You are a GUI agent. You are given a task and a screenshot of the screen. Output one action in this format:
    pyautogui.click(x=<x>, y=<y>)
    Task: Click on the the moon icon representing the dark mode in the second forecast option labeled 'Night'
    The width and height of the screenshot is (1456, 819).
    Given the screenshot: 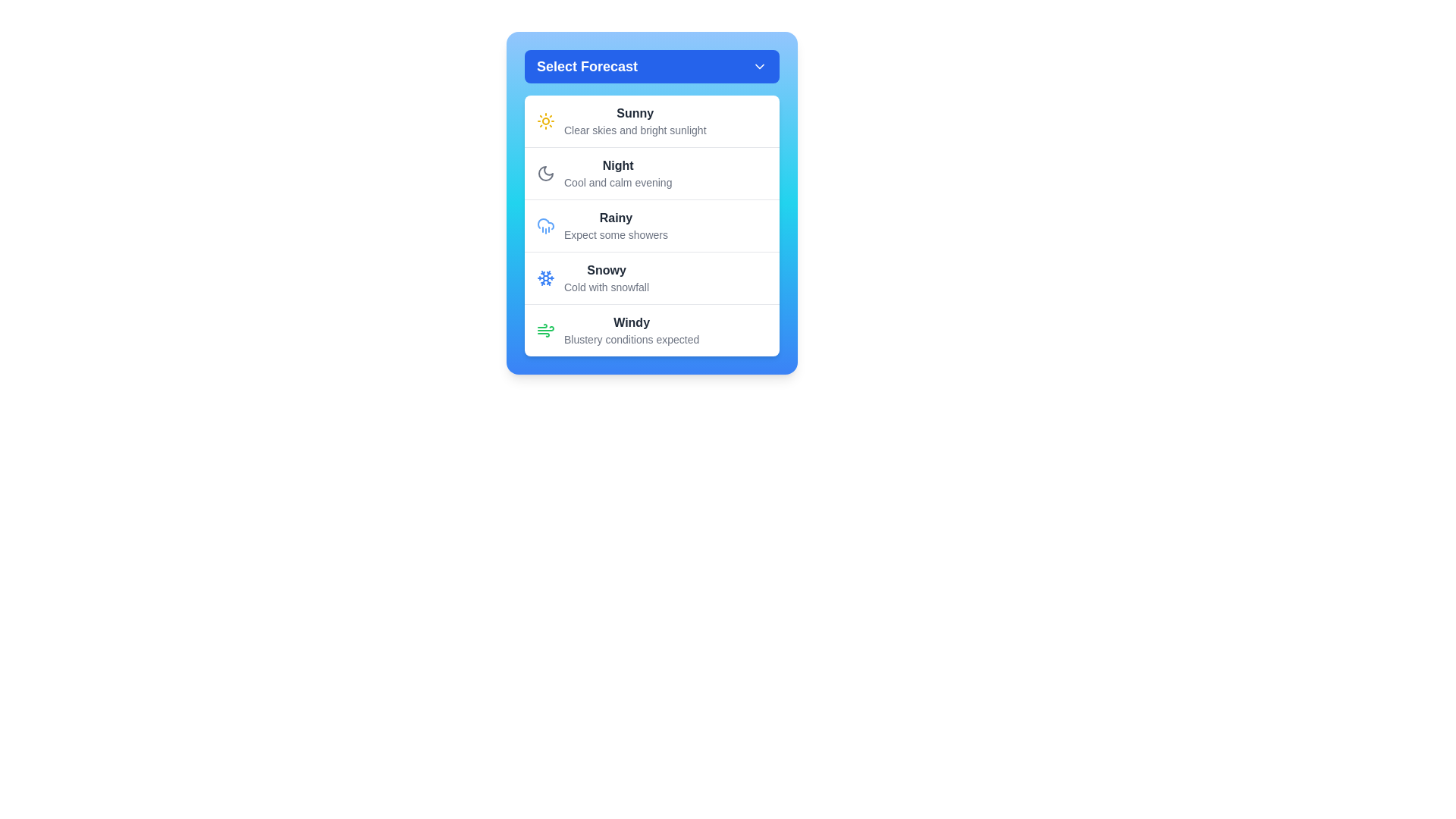 What is the action you would take?
    pyautogui.click(x=546, y=172)
    